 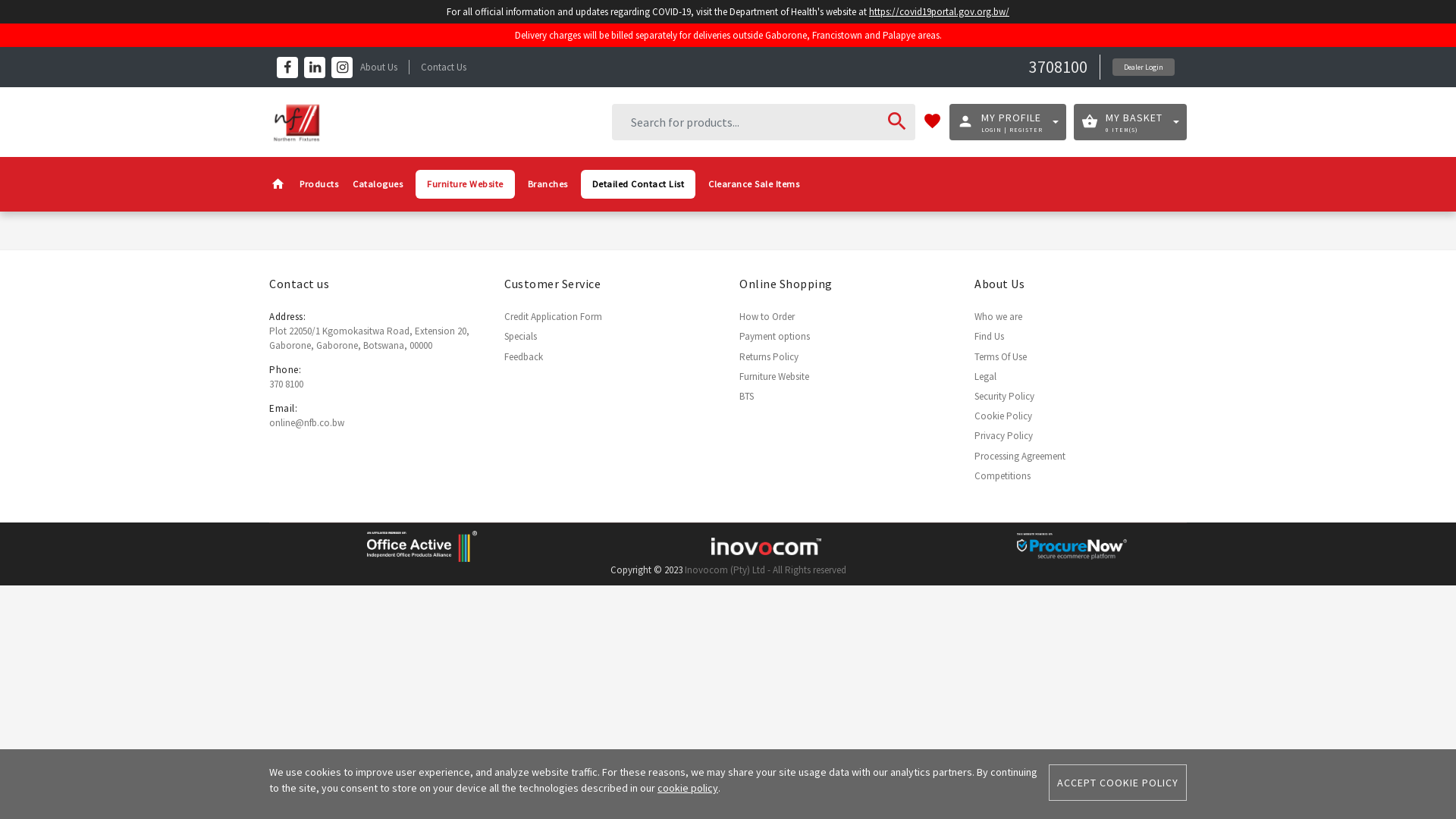 I want to click on 'cookie policy', so click(x=687, y=786).